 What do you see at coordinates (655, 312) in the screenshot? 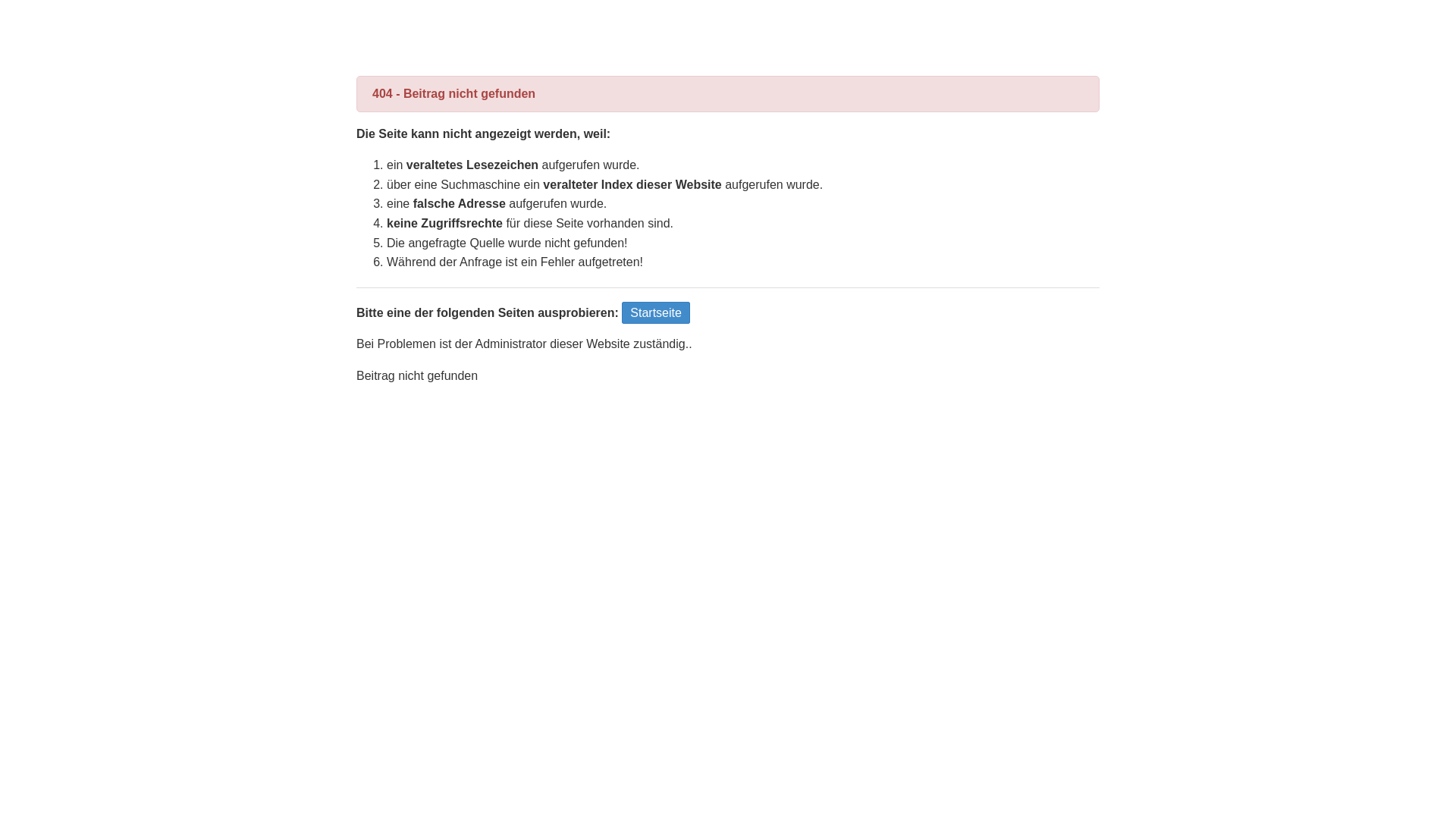
I see `'Startseite'` at bounding box center [655, 312].